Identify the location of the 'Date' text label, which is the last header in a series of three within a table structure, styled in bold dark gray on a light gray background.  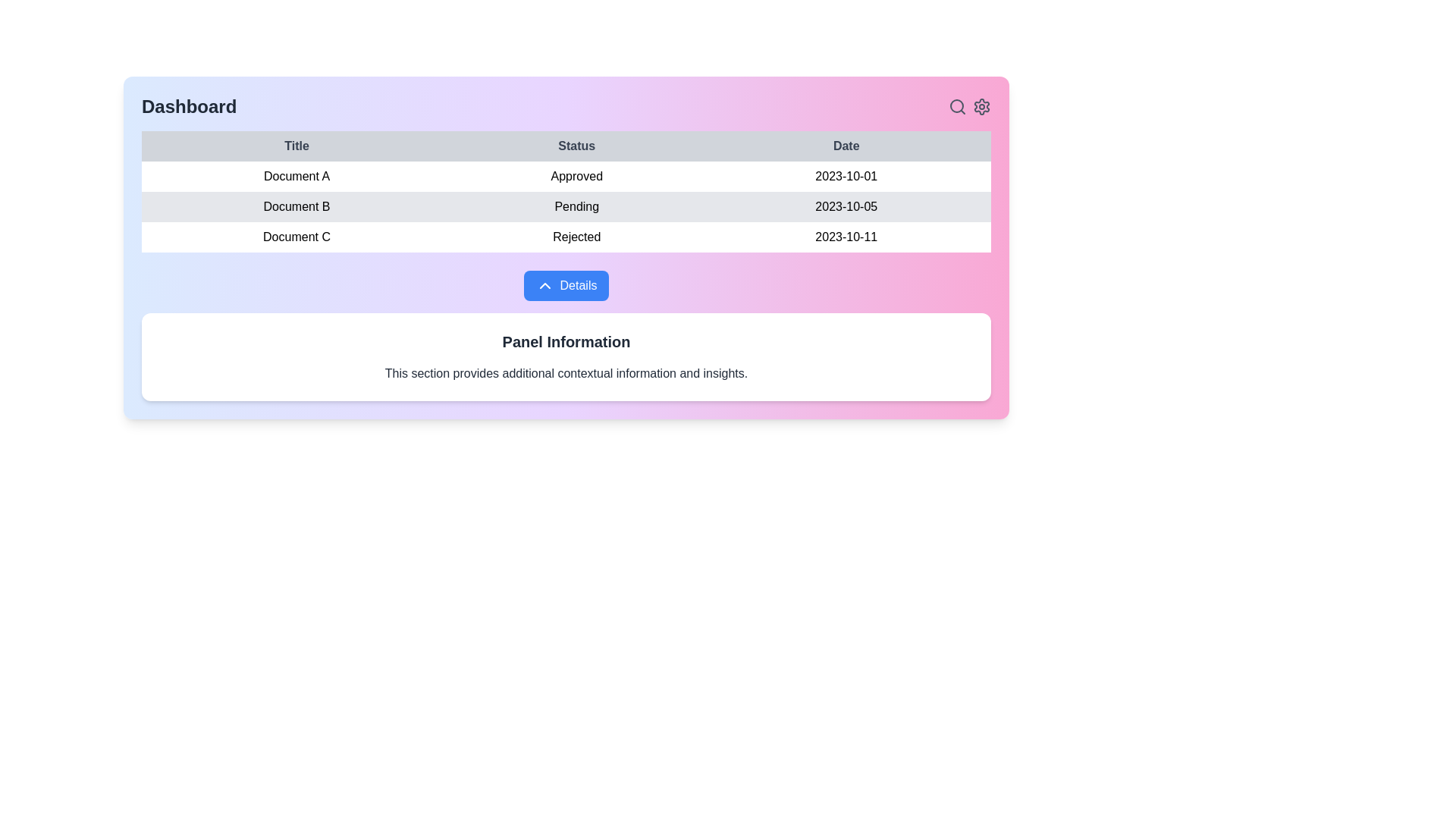
(846, 146).